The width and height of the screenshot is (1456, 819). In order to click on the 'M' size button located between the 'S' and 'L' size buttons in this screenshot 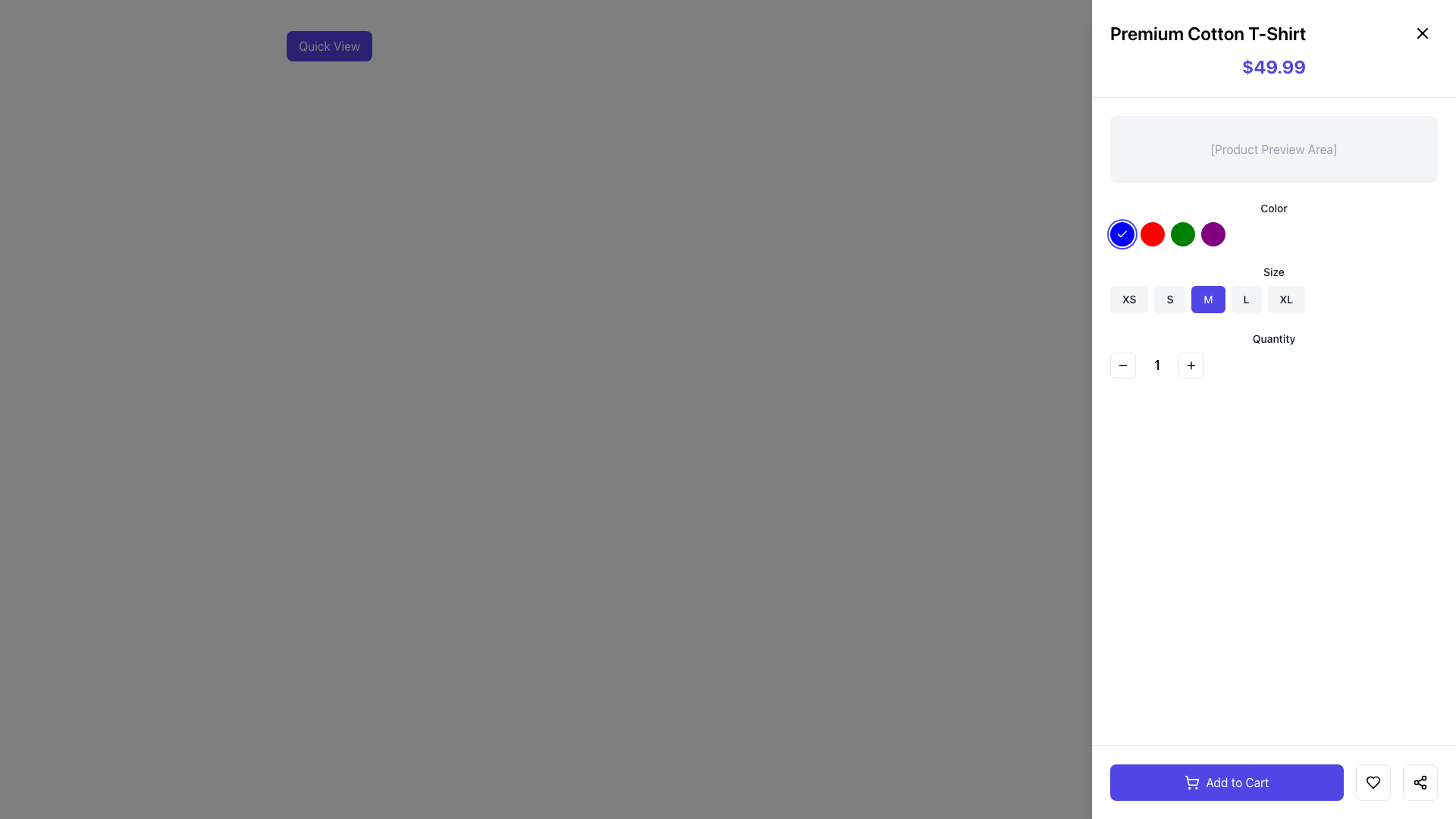, I will do `click(1207, 299)`.